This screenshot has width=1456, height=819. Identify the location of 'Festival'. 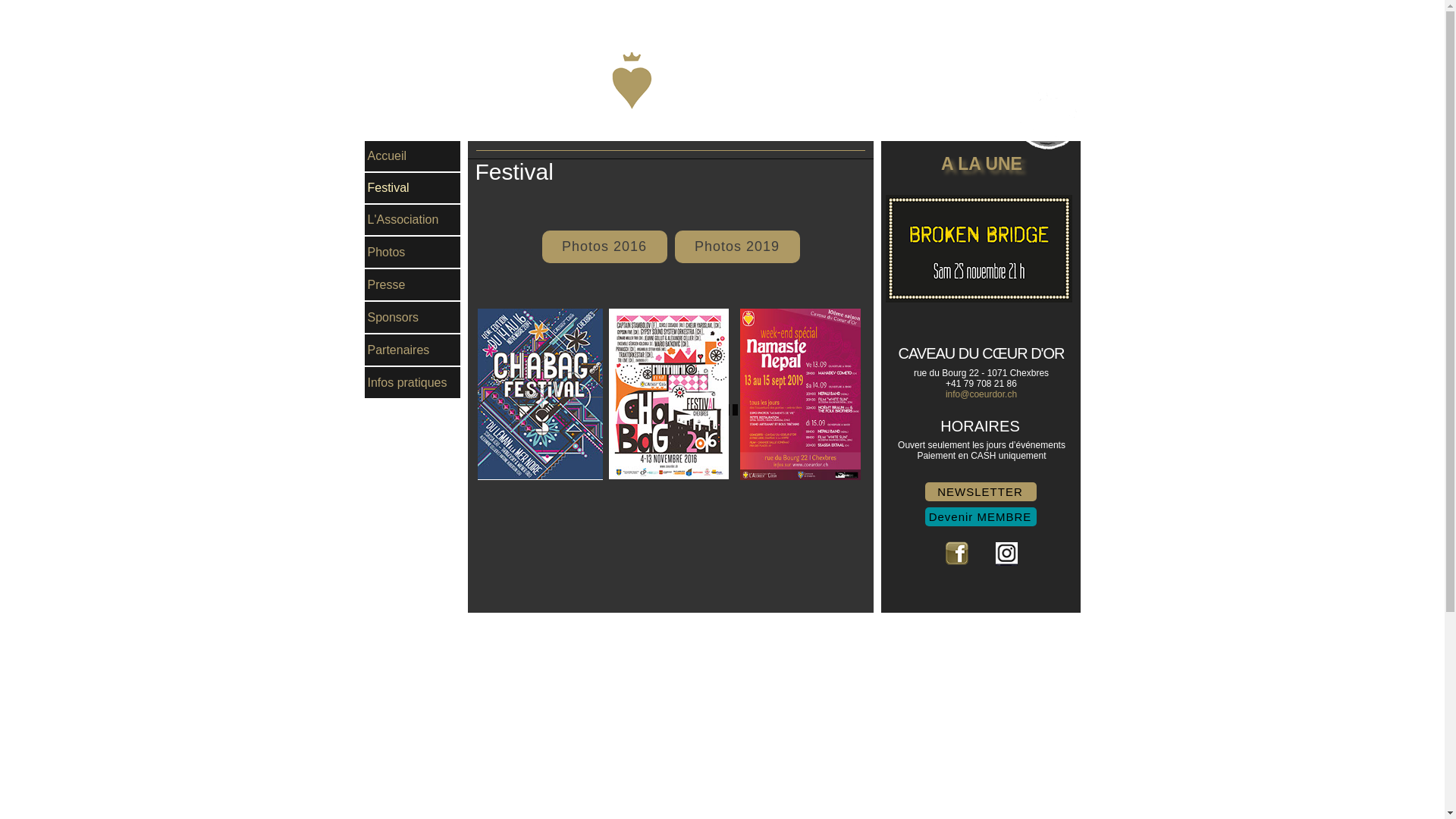
(411, 187).